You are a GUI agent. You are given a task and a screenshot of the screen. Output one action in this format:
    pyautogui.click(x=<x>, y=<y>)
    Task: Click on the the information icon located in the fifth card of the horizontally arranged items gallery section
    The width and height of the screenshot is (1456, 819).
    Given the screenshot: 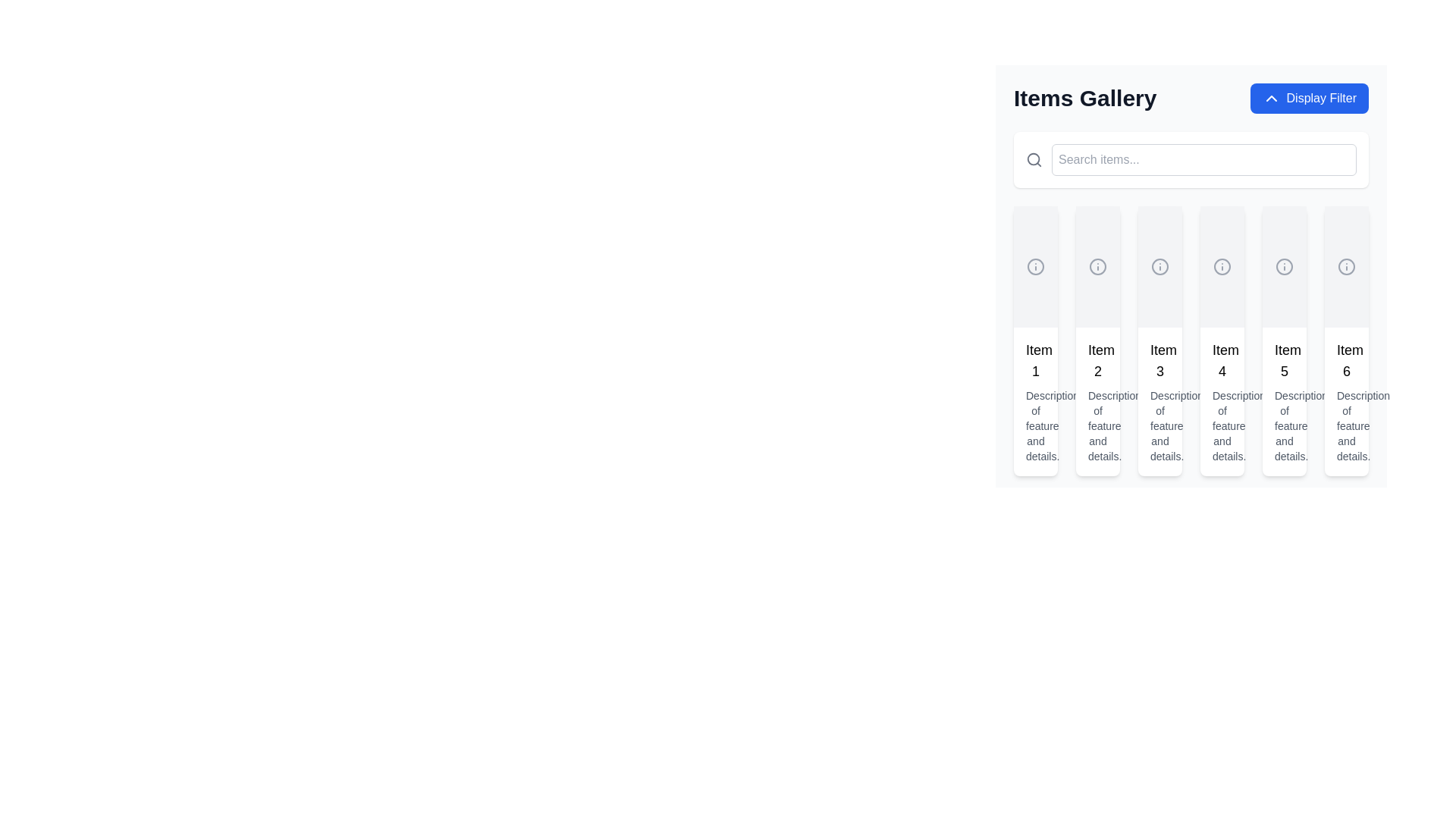 What is the action you would take?
    pyautogui.click(x=1284, y=265)
    